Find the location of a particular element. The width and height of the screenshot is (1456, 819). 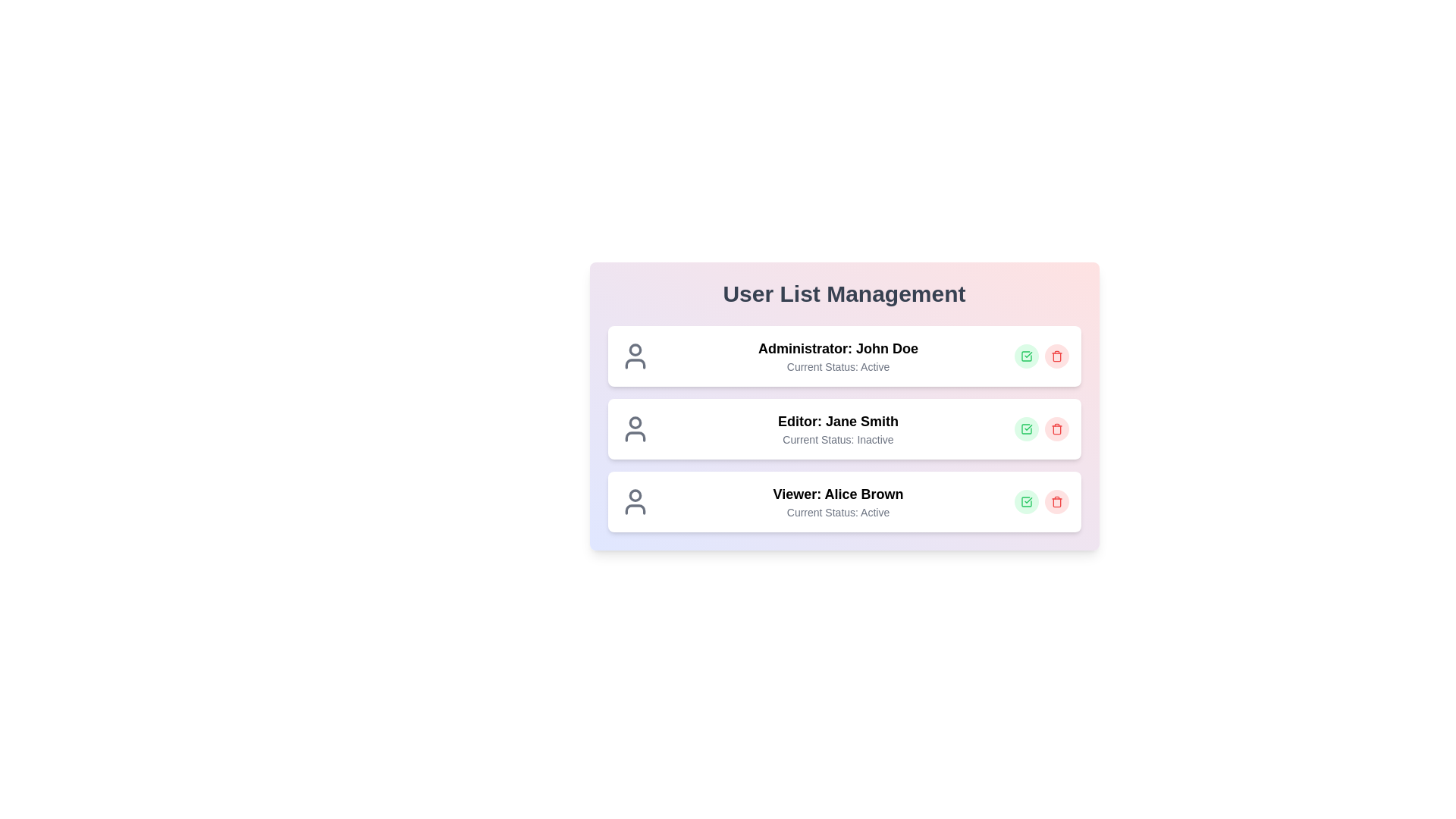

the list item displaying user information for 'Editor: Jane Smith' is located at coordinates (843, 429).